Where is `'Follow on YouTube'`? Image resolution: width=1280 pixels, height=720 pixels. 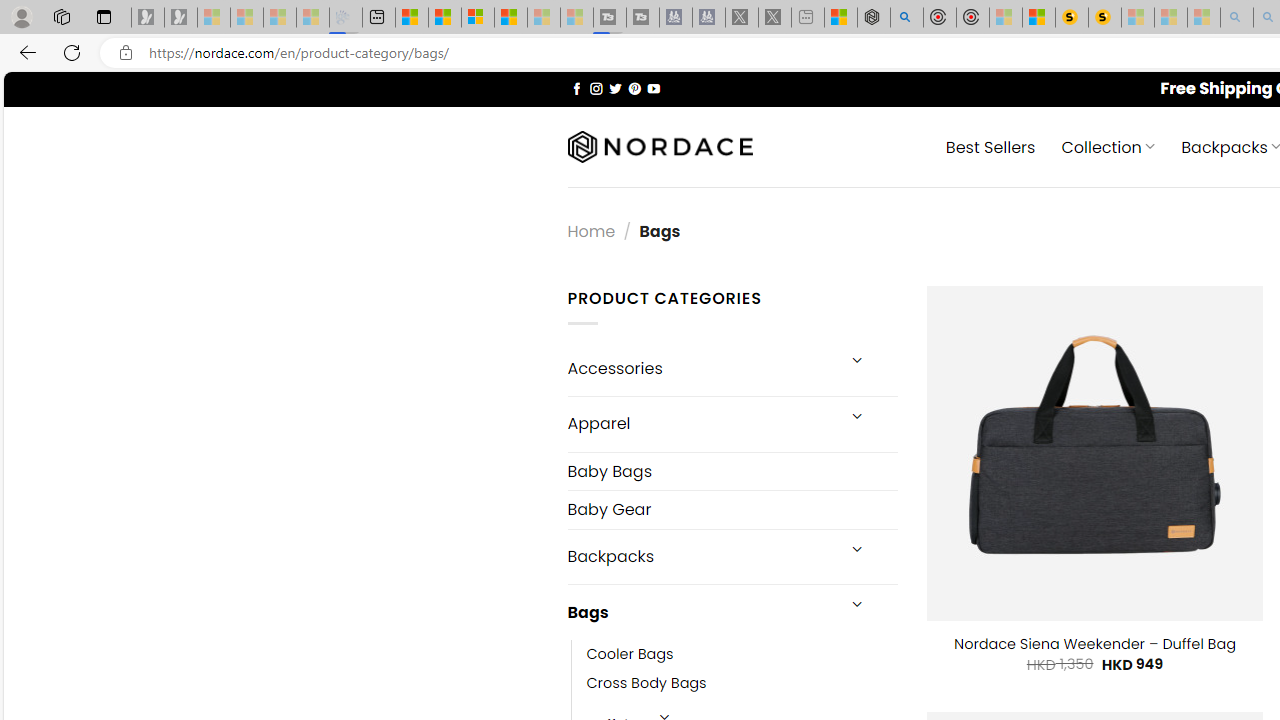 'Follow on YouTube' is located at coordinates (653, 87).